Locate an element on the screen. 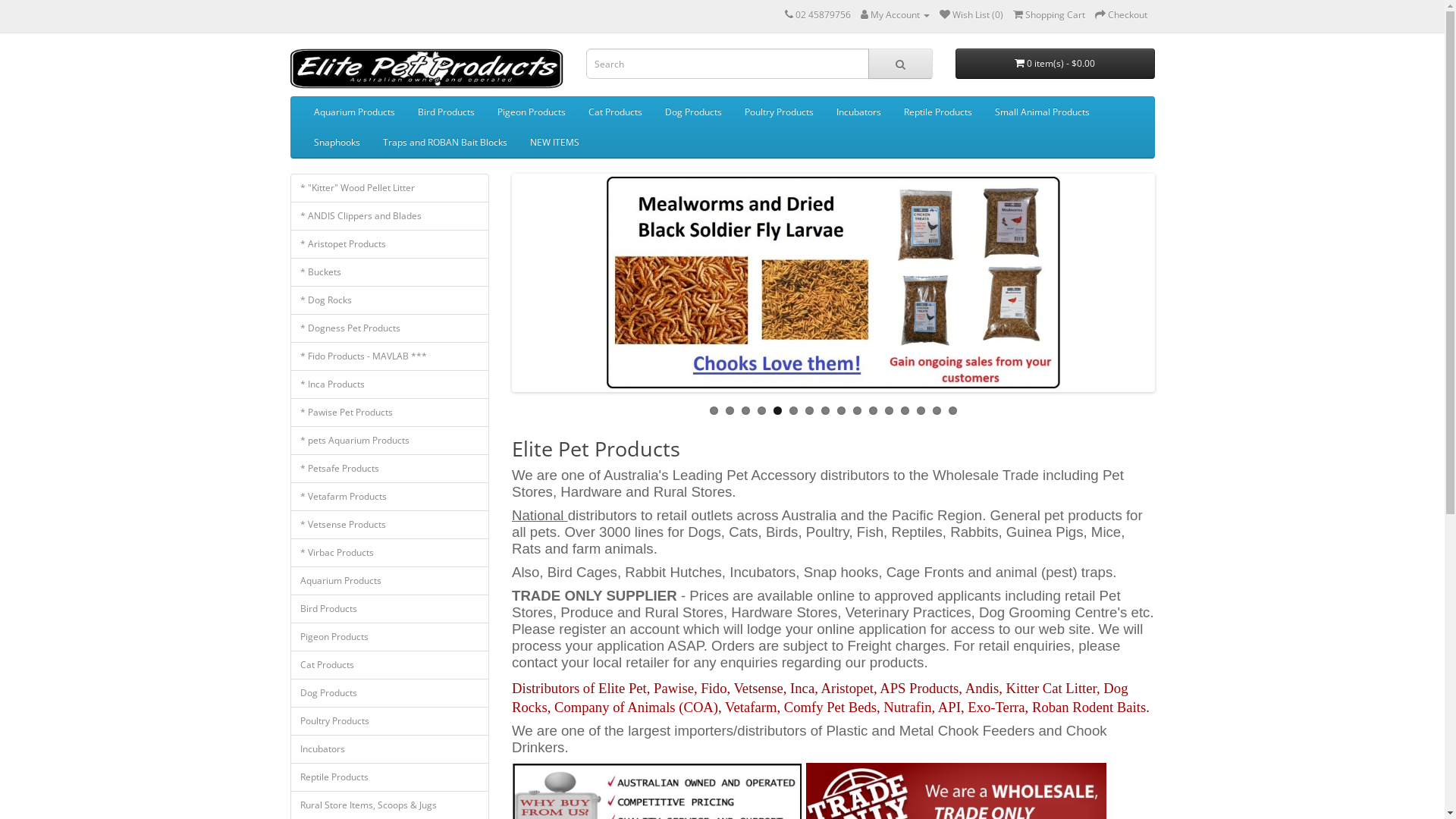  '* Dog Rocks' is located at coordinates (389, 299).